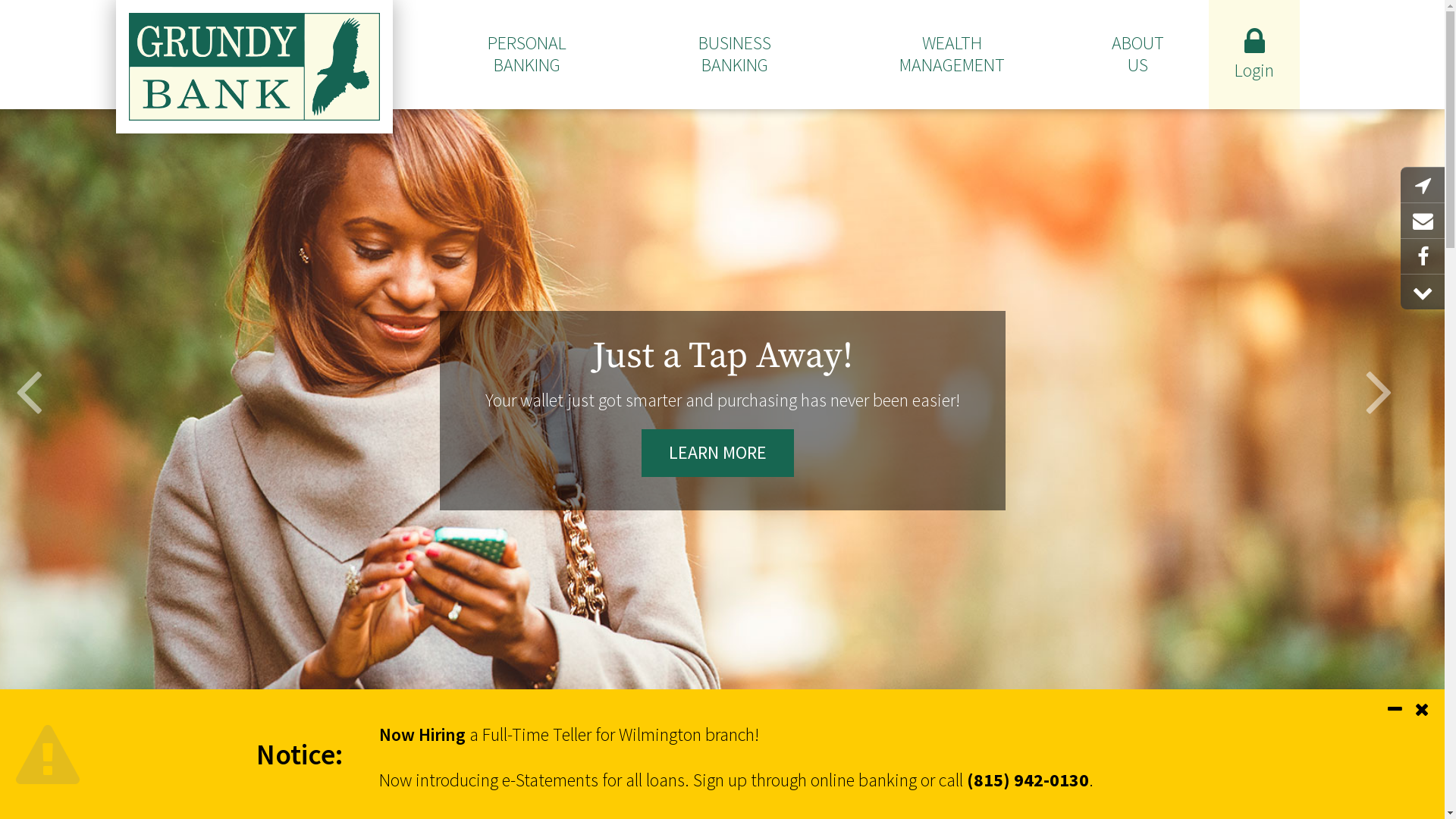 This screenshot has width=1456, height=819. Describe the element at coordinates (1422, 184) in the screenshot. I see `'Locations'` at that location.